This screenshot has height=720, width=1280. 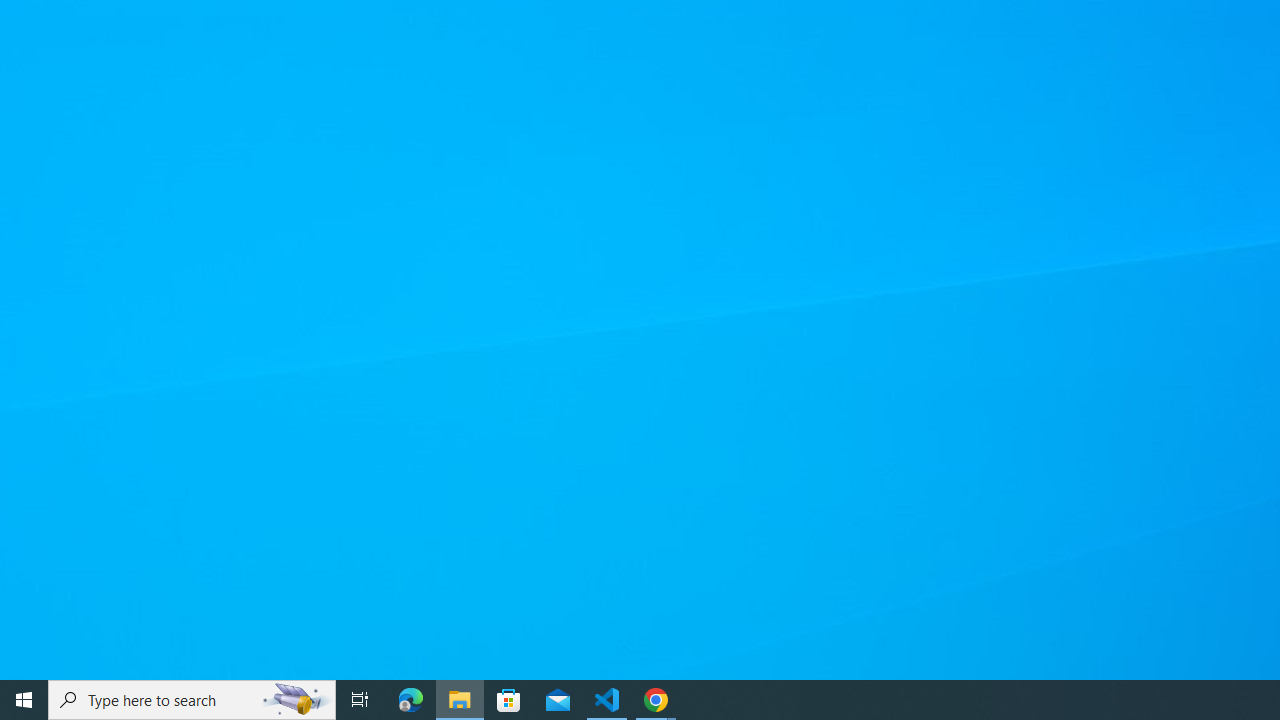 I want to click on 'Microsoft Edge', so click(x=410, y=698).